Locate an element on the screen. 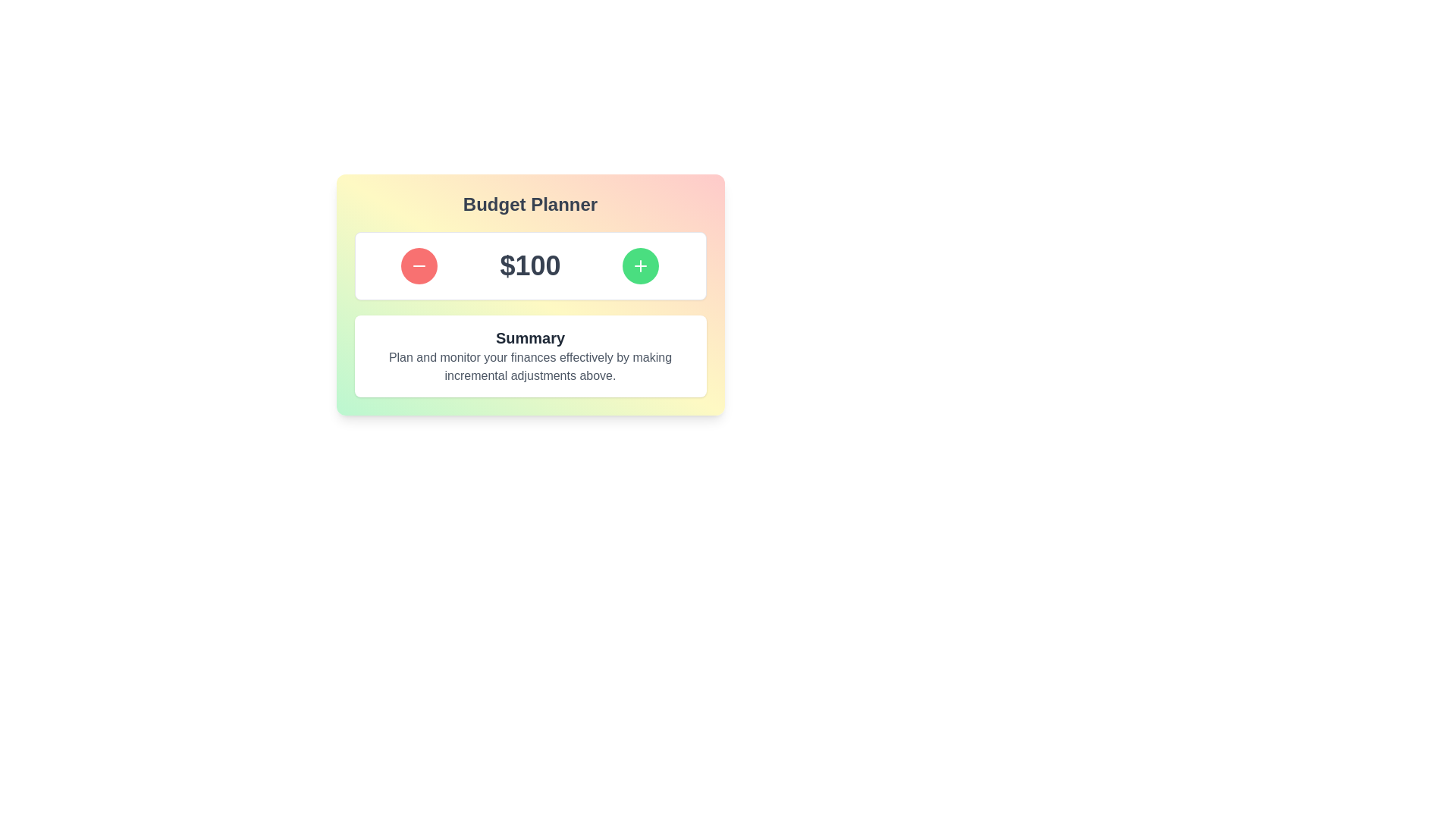 The height and width of the screenshot is (819, 1456). the green circular button with a white plus sign is located at coordinates (641, 265).